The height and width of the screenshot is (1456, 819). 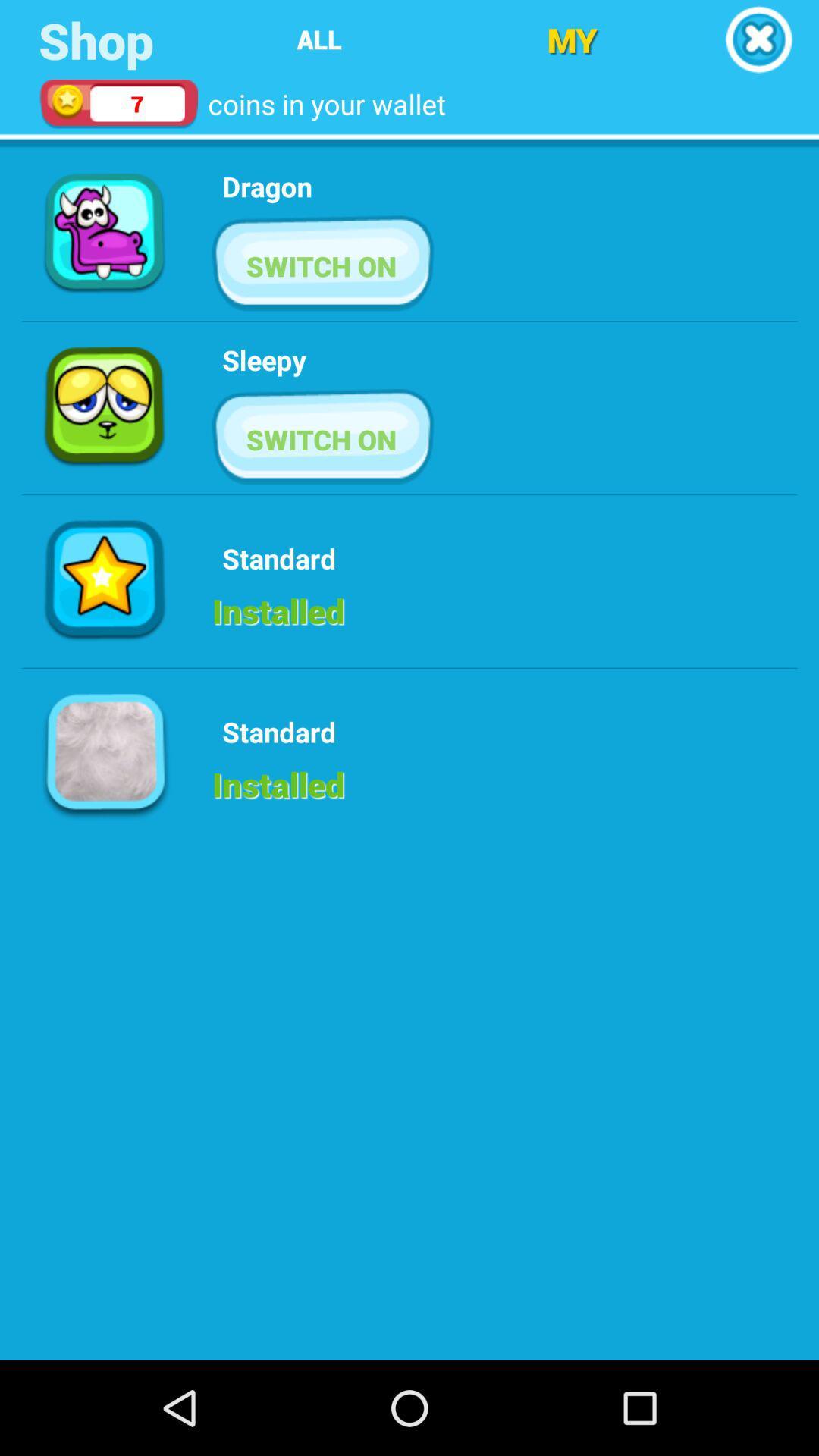 What do you see at coordinates (758, 39) in the screenshot?
I see `window` at bounding box center [758, 39].